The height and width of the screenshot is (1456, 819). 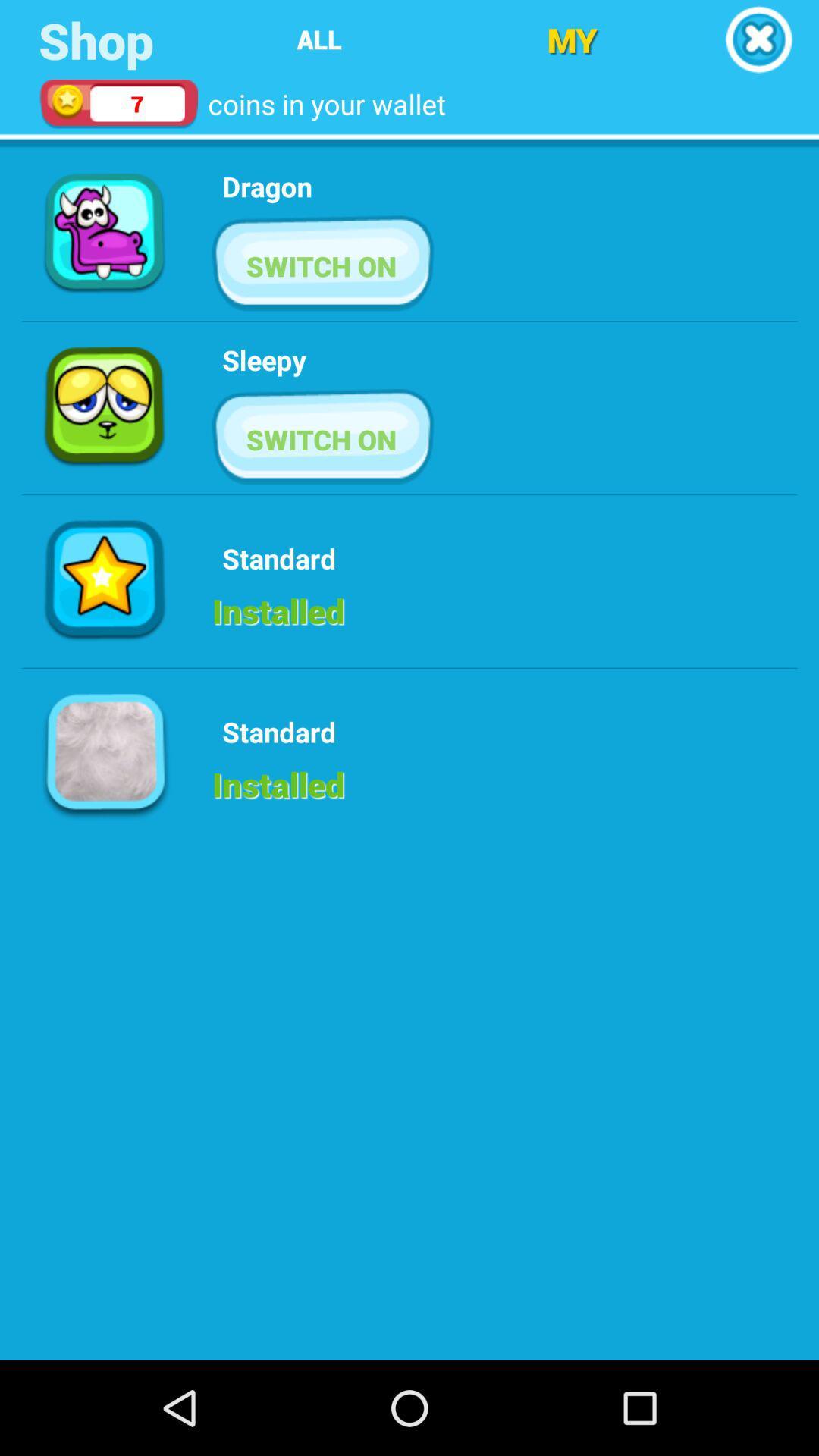 What do you see at coordinates (758, 39) in the screenshot?
I see `window` at bounding box center [758, 39].